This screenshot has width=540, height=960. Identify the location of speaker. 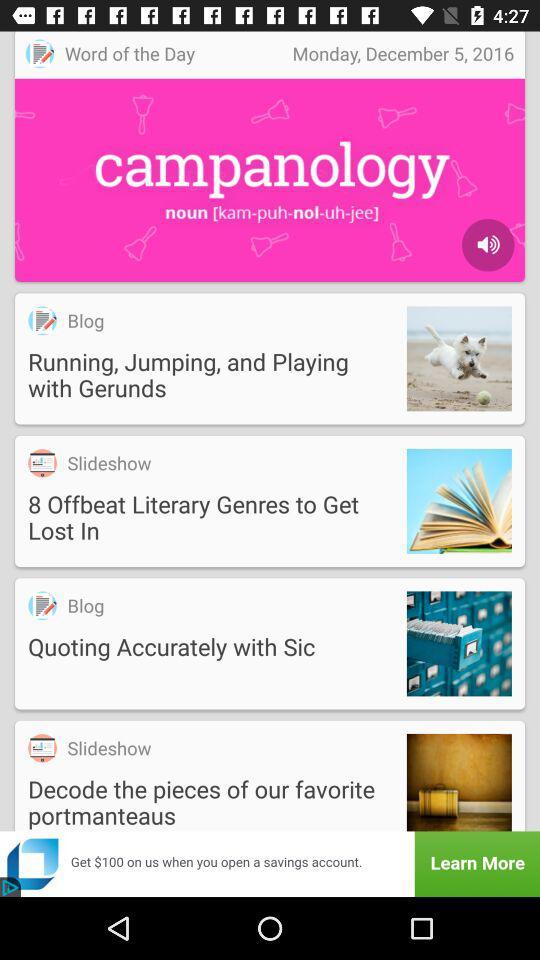
(487, 244).